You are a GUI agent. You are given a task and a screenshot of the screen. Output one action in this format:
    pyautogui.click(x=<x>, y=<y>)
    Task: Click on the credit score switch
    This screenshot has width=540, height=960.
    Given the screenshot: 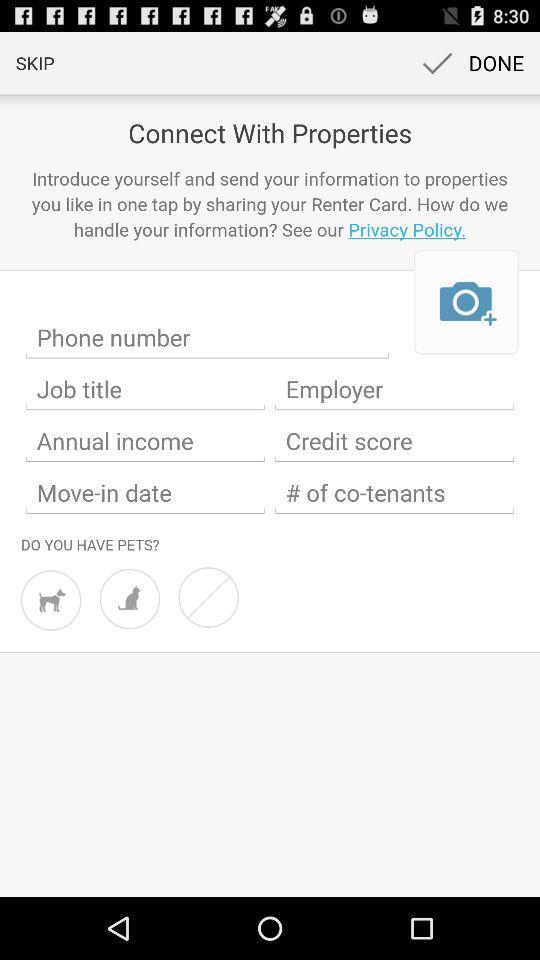 What is the action you would take?
    pyautogui.click(x=394, y=441)
    